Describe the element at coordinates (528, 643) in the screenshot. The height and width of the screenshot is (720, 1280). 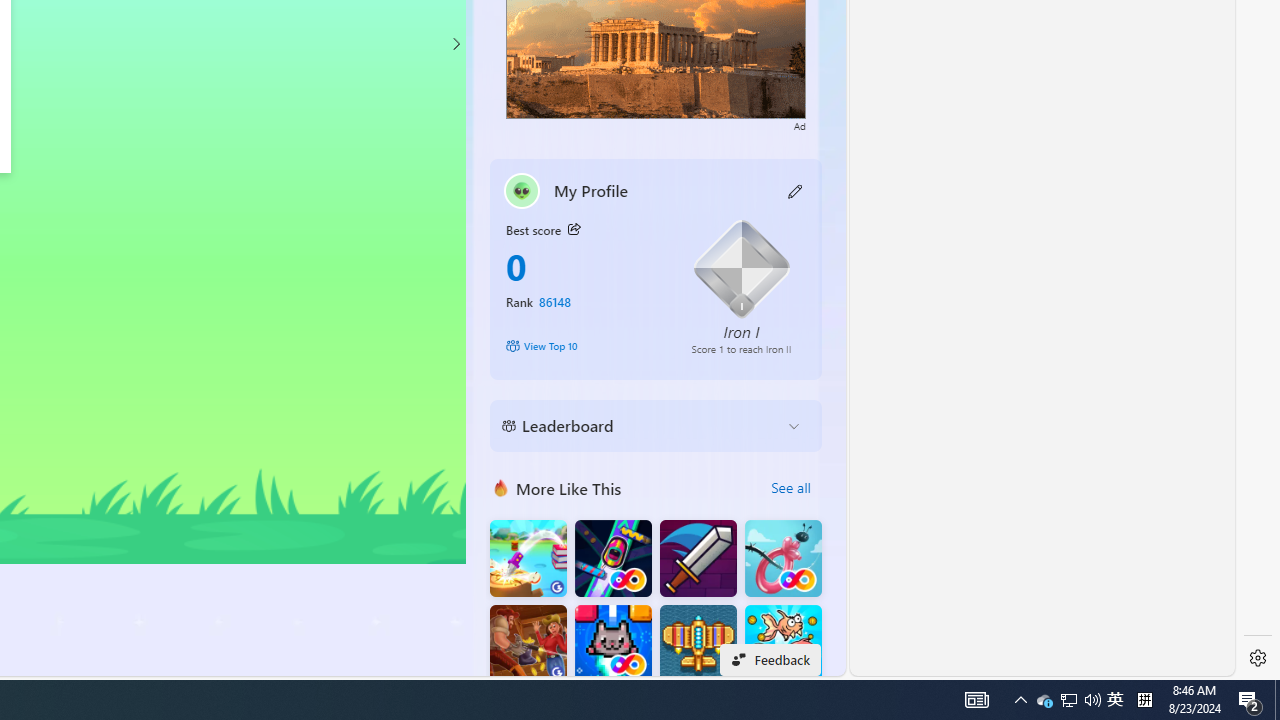
I see `'Saloon Robbery'` at that location.